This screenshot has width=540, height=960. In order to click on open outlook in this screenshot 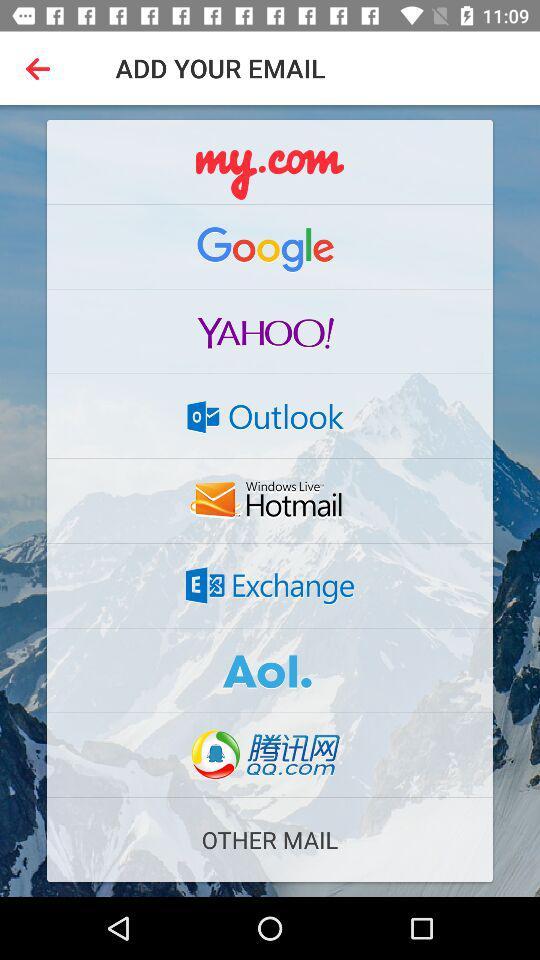, I will do `click(270, 415)`.